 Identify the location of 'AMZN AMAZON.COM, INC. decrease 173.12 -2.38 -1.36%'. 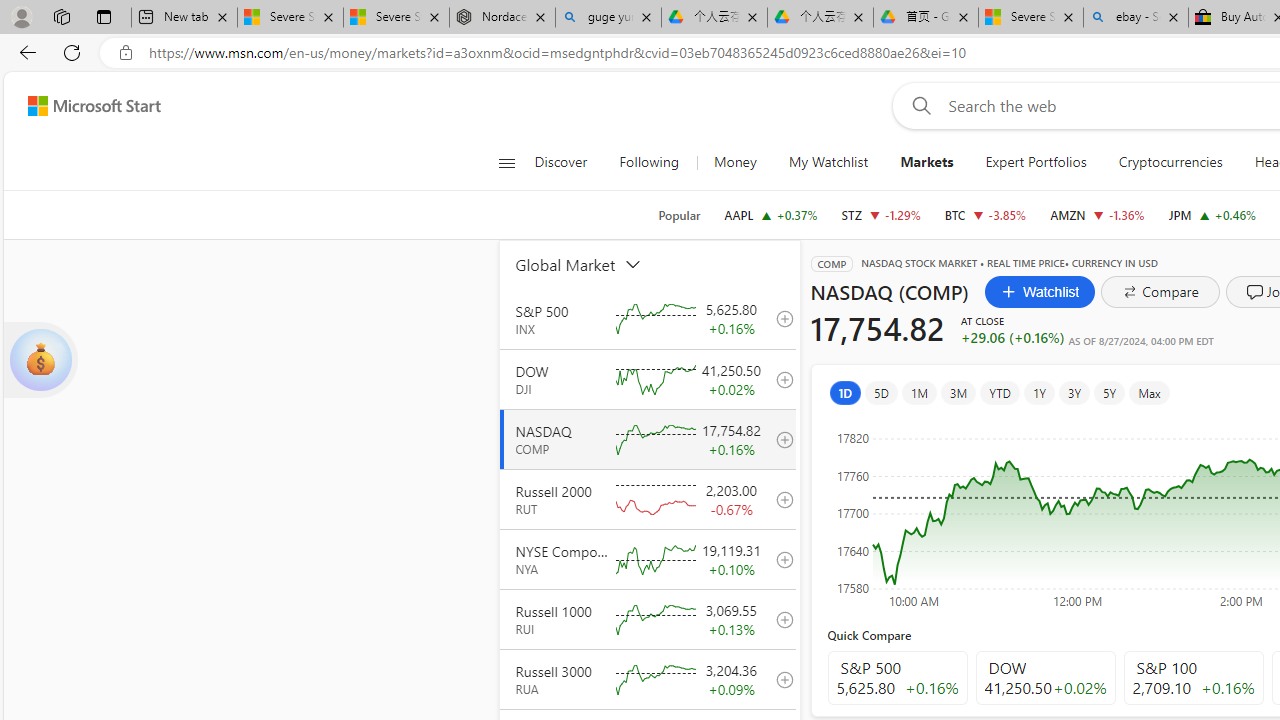
(1096, 214).